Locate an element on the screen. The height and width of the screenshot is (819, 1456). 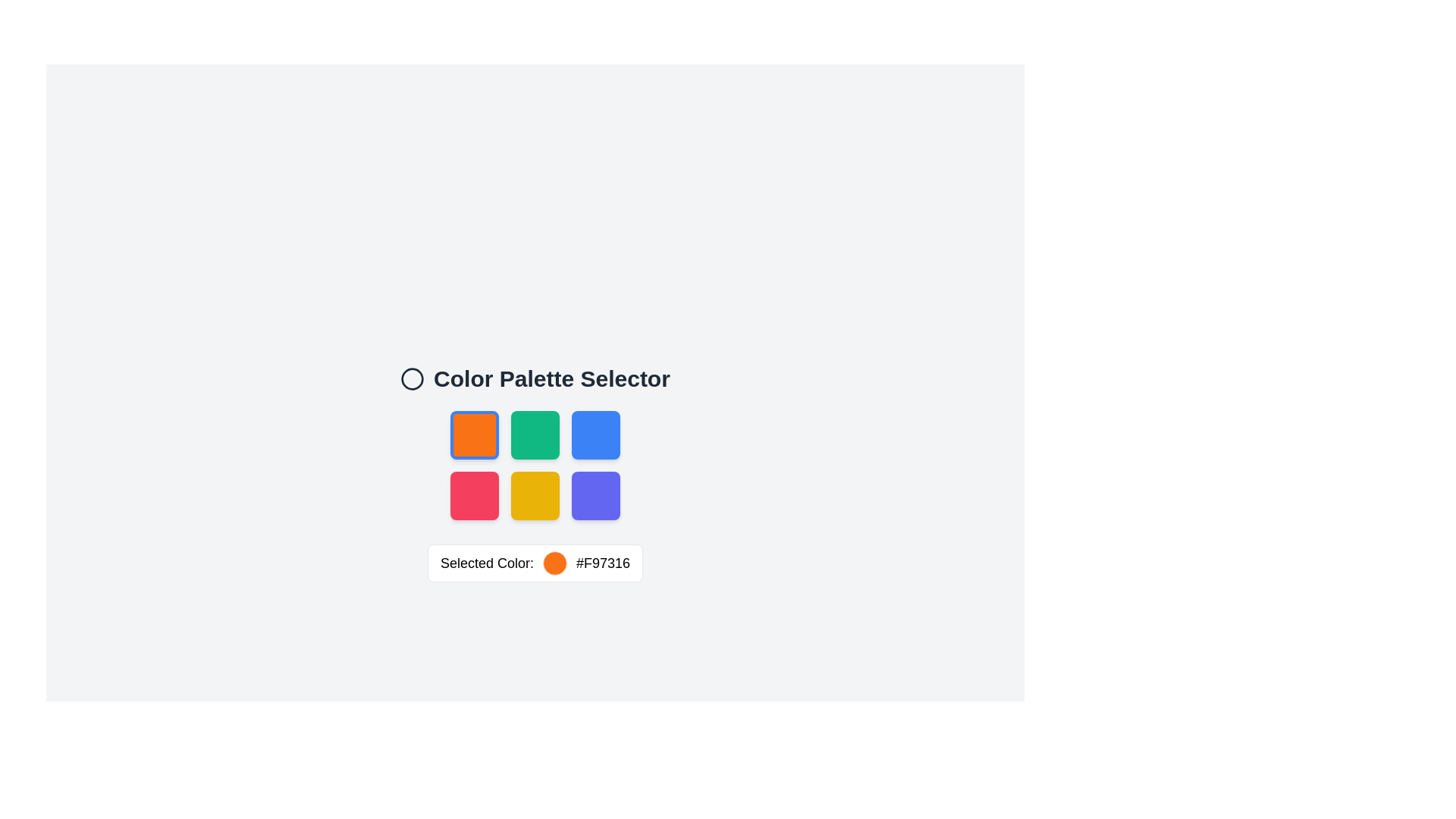
the Text Label that serves as a title for the color palette selection interface, located centrally above the grid of colorful squares is located at coordinates (535, 378).